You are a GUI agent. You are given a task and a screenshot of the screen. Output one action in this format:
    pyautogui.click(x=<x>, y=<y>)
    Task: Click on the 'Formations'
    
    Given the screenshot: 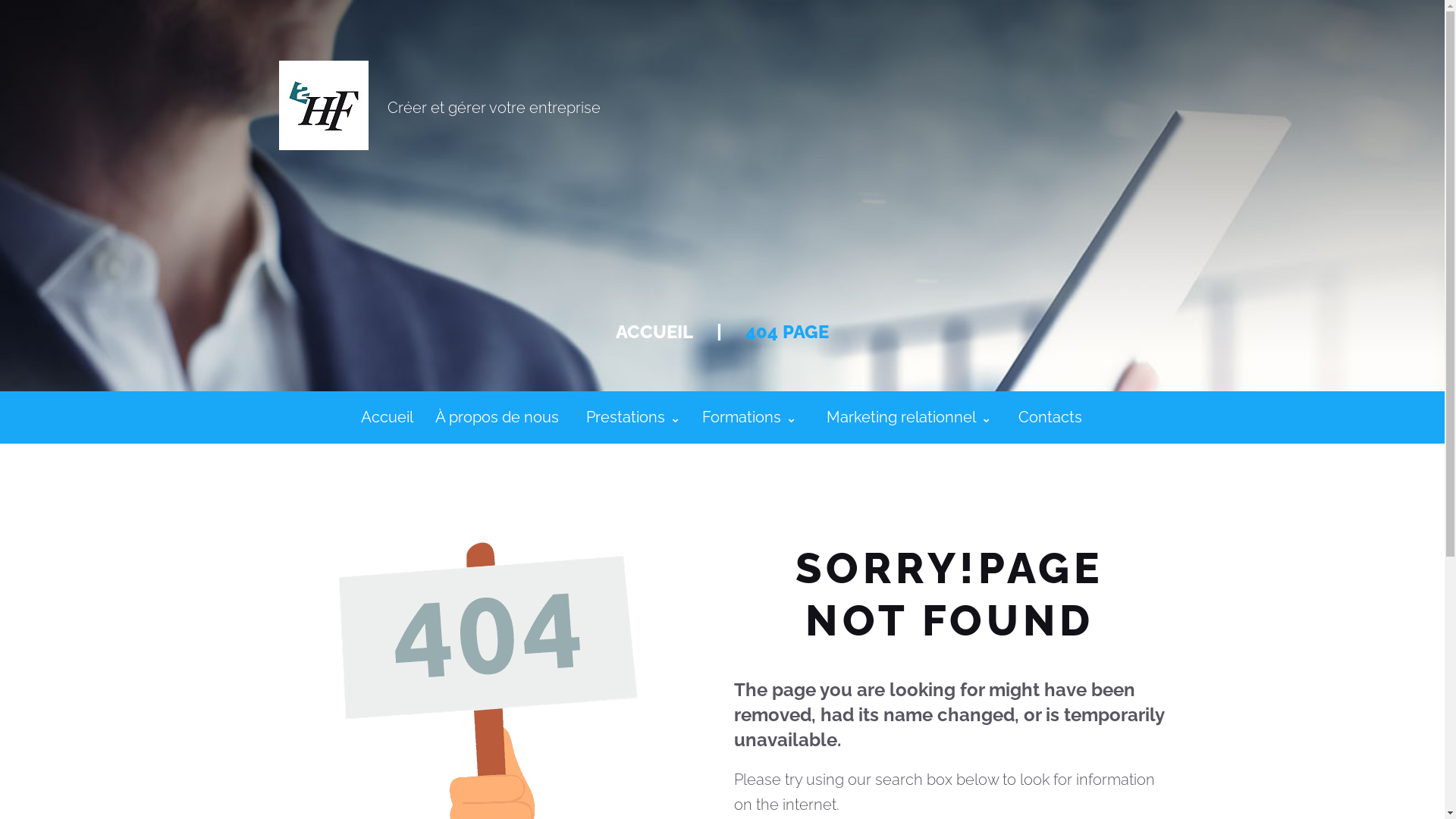 What is the action you would take?
    pyautogui.click(x=748, y=417)
    